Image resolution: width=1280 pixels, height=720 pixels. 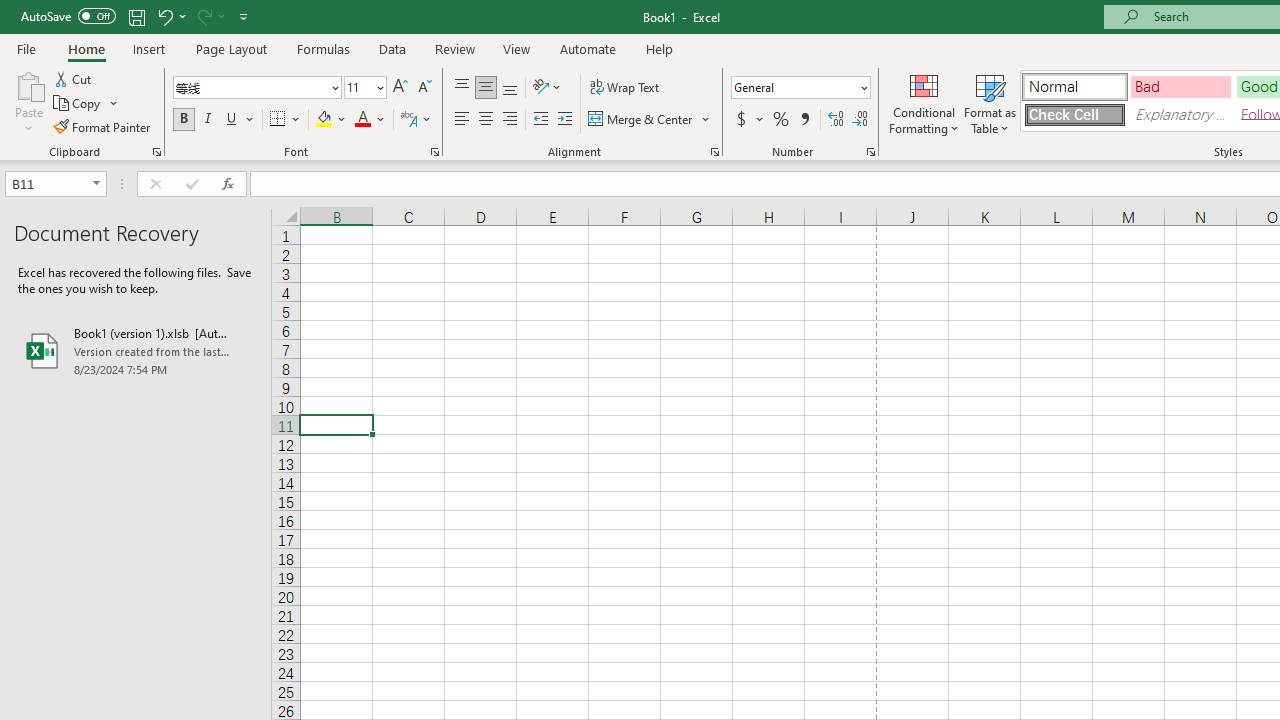 What do you see at coordinates (434, 150) in the screenshot?
I see `'Format Cell Font'` at bounding box center [434, 150].